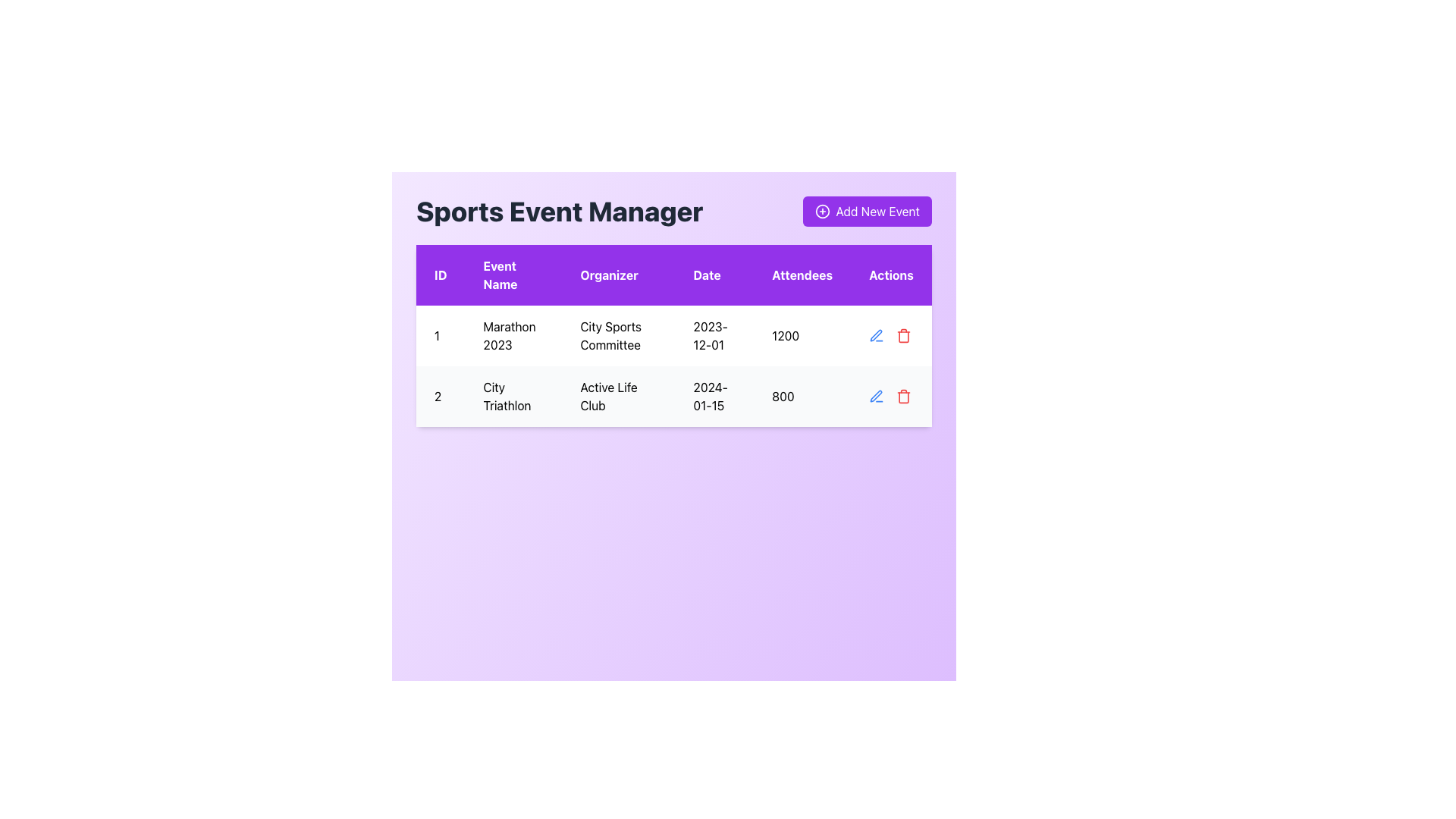 The image size is (1456, 819). What do you see at coordinates (513, 335) in the screenshot?
I see `the Table Cell Content displaying 'Marathon 2023' in the second column of the first row of the data table to interact with or select the text` at bounding box center [513, 335].